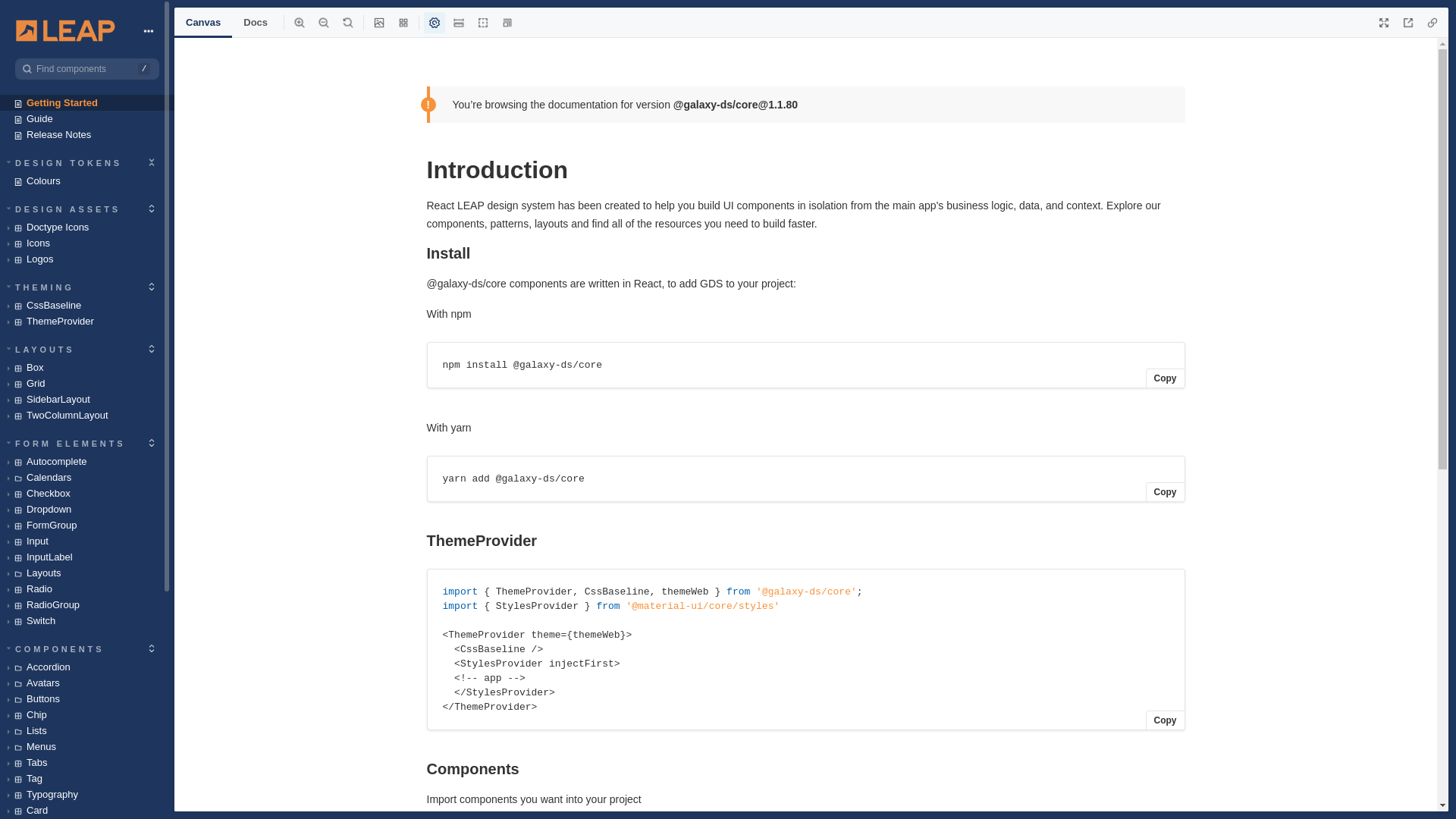 Image resolution: width=1456 pixels, height=819 pixels. What do you see at coordinates (86, 793) in the screenshot?
I see `'Typography'` at bounding box center [86, 793].